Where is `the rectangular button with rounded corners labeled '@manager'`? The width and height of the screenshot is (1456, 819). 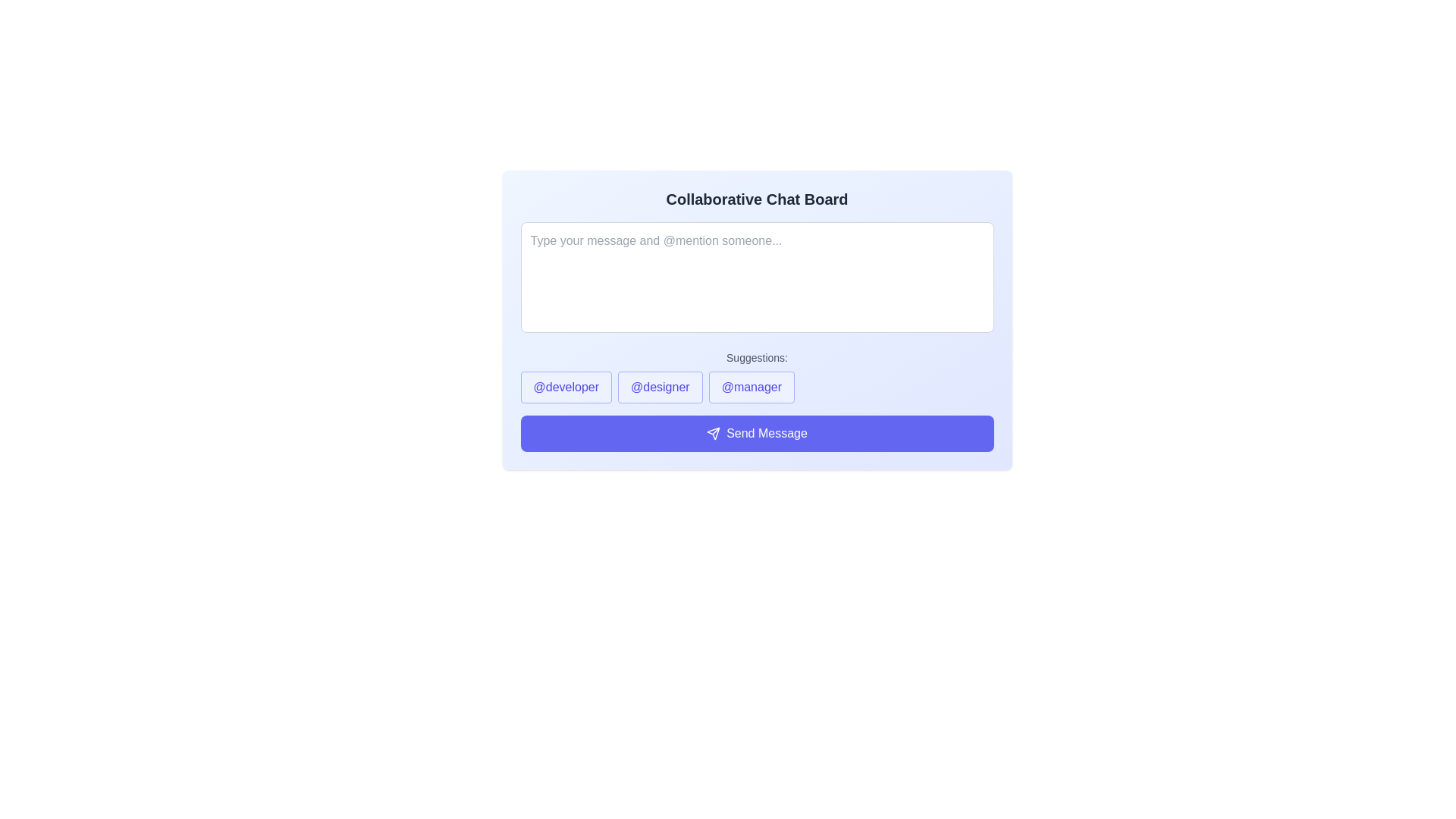 the rectangular button with rounded corners labeled '@manager' is located at coordinates (752, 386).